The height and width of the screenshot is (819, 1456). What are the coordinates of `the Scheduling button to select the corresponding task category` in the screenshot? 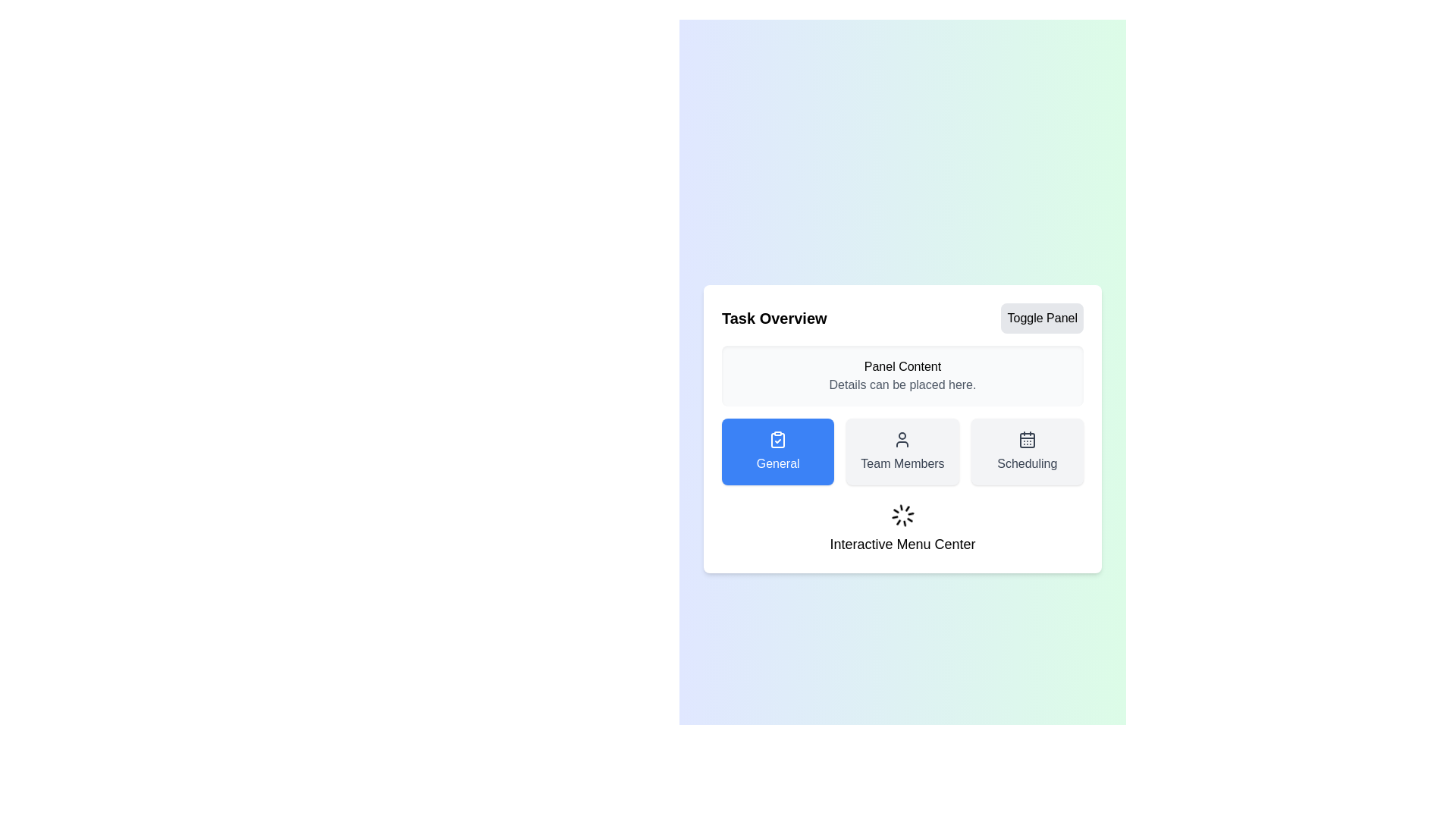 It's located at (1026, 451).